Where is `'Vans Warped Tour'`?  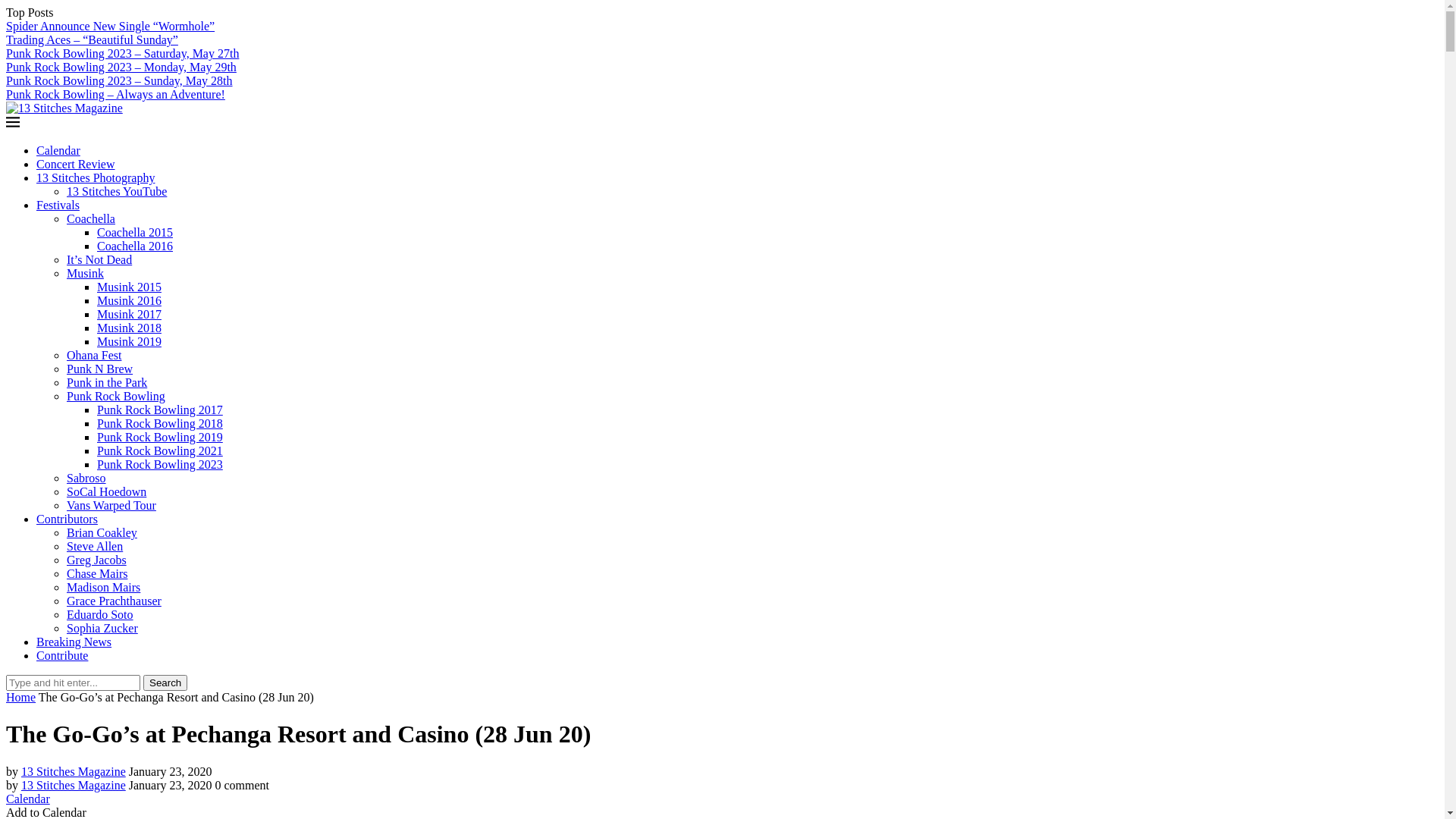 'Vans Warped Tour' is located at coordinates (111, 505).